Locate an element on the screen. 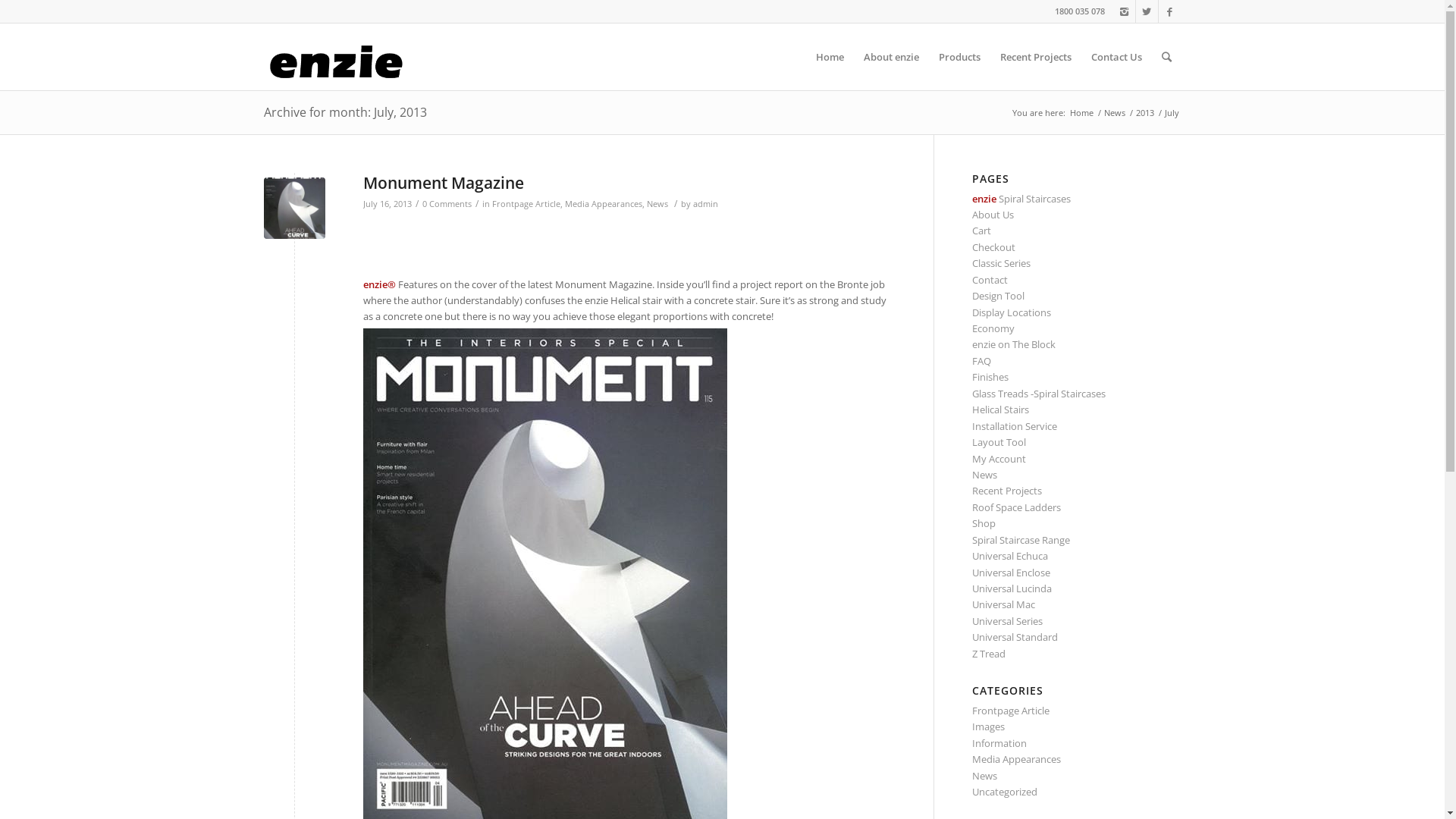 Image resolution: width=1456 pixels, height=819 pixels. 'Contact Us' is located at coordinates (1116, 55).